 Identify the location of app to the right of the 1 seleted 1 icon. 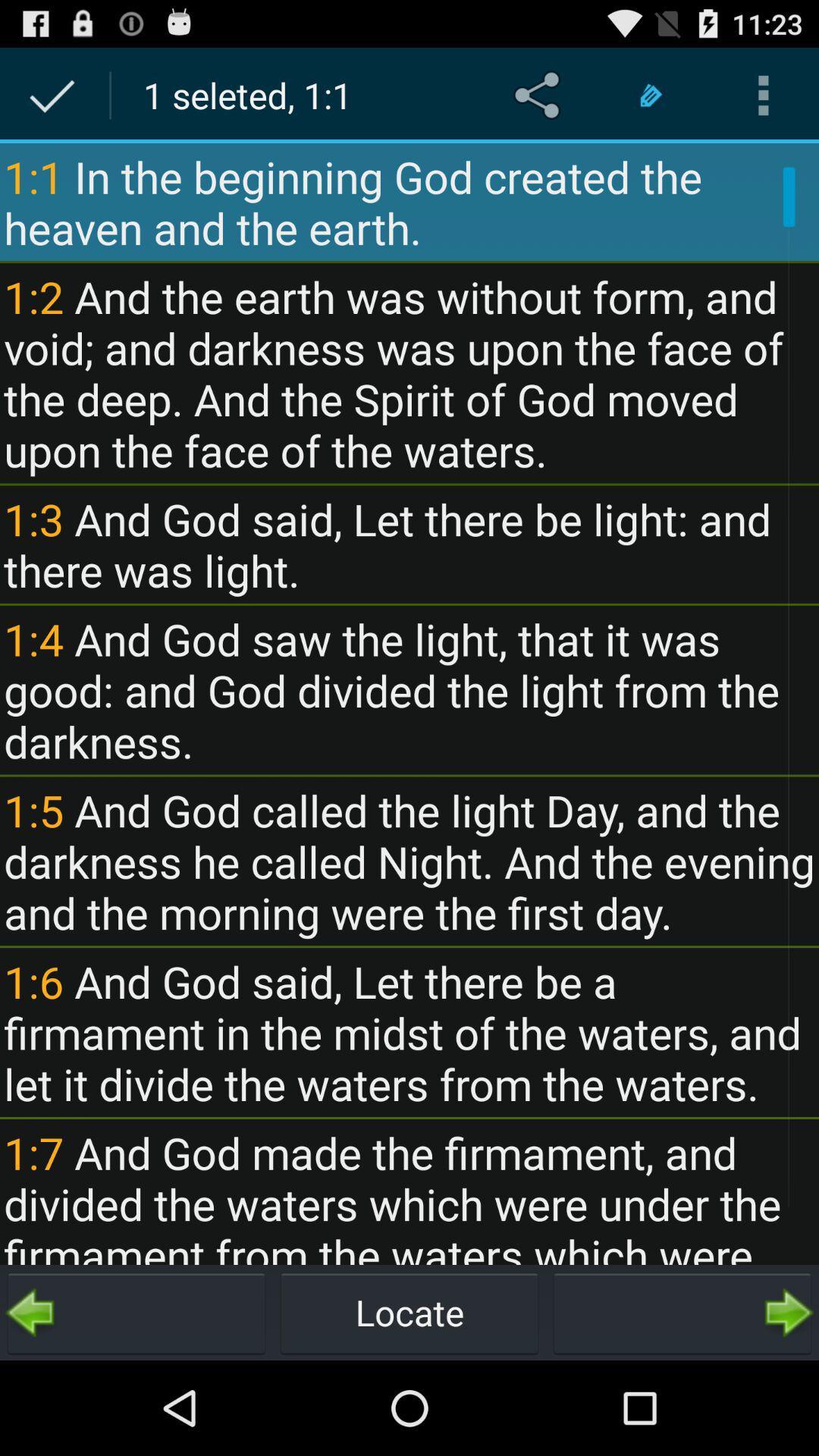
(539, 94).